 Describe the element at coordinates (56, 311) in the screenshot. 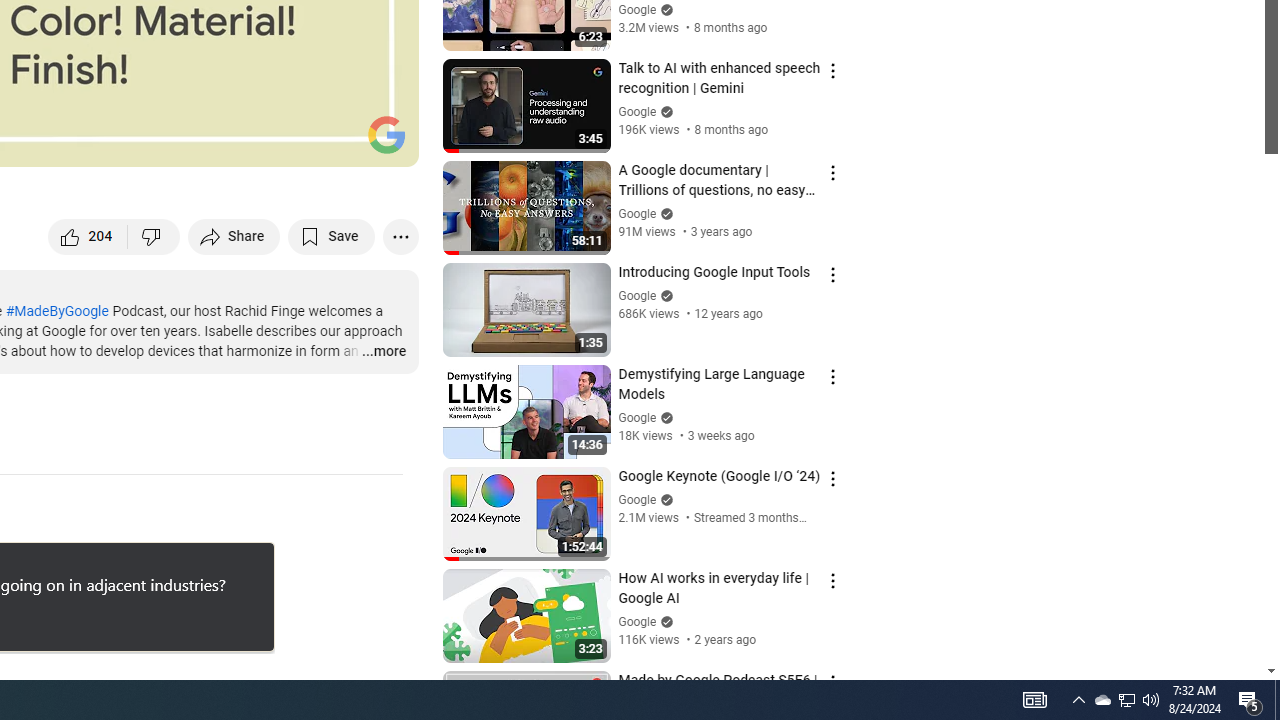

I see `'#MadeByGoogle'` at that location.